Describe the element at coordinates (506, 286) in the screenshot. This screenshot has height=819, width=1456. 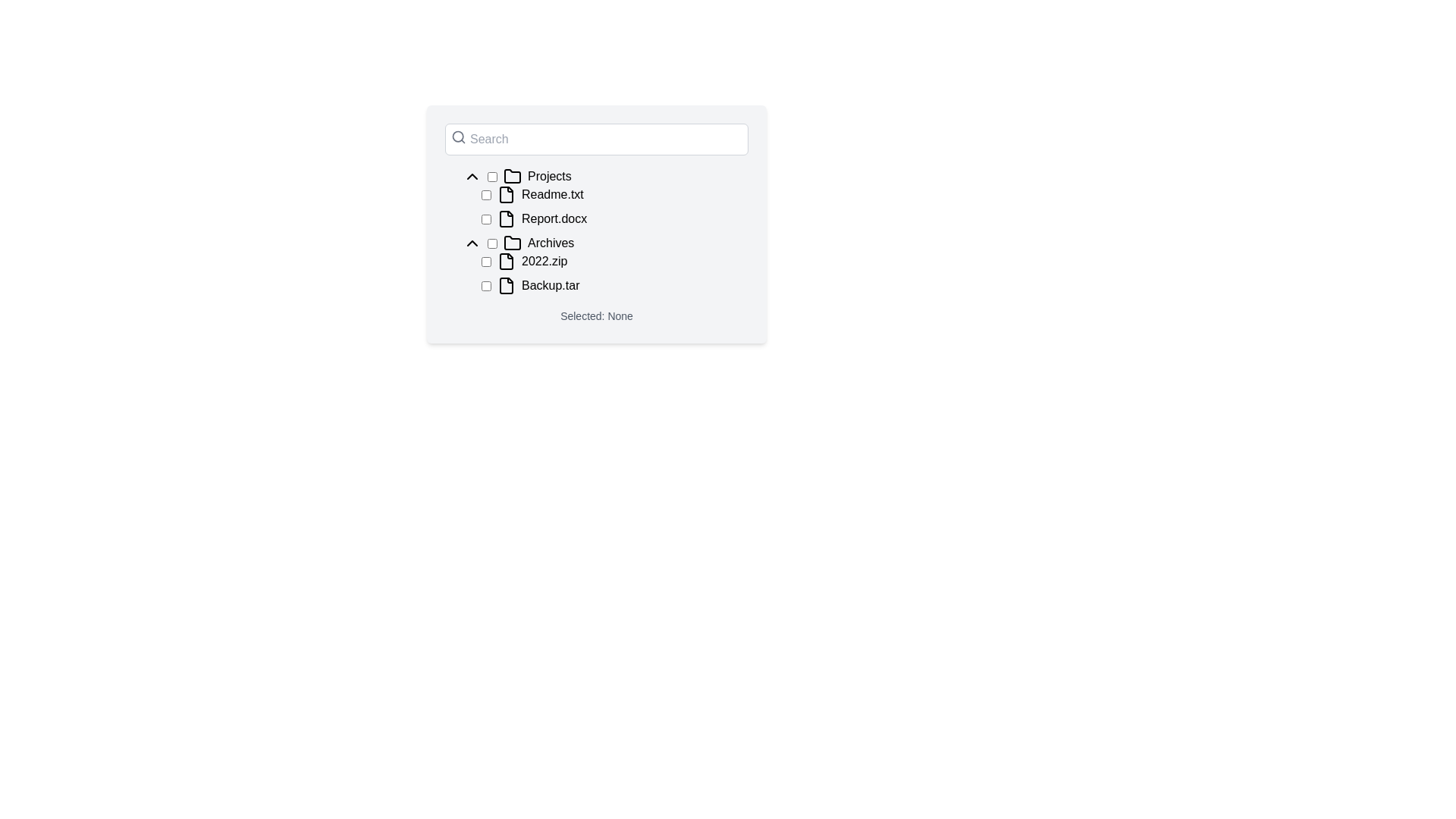
I see `the graphical file icon representing 'Backup.tar' in the file tree UI` at that location.